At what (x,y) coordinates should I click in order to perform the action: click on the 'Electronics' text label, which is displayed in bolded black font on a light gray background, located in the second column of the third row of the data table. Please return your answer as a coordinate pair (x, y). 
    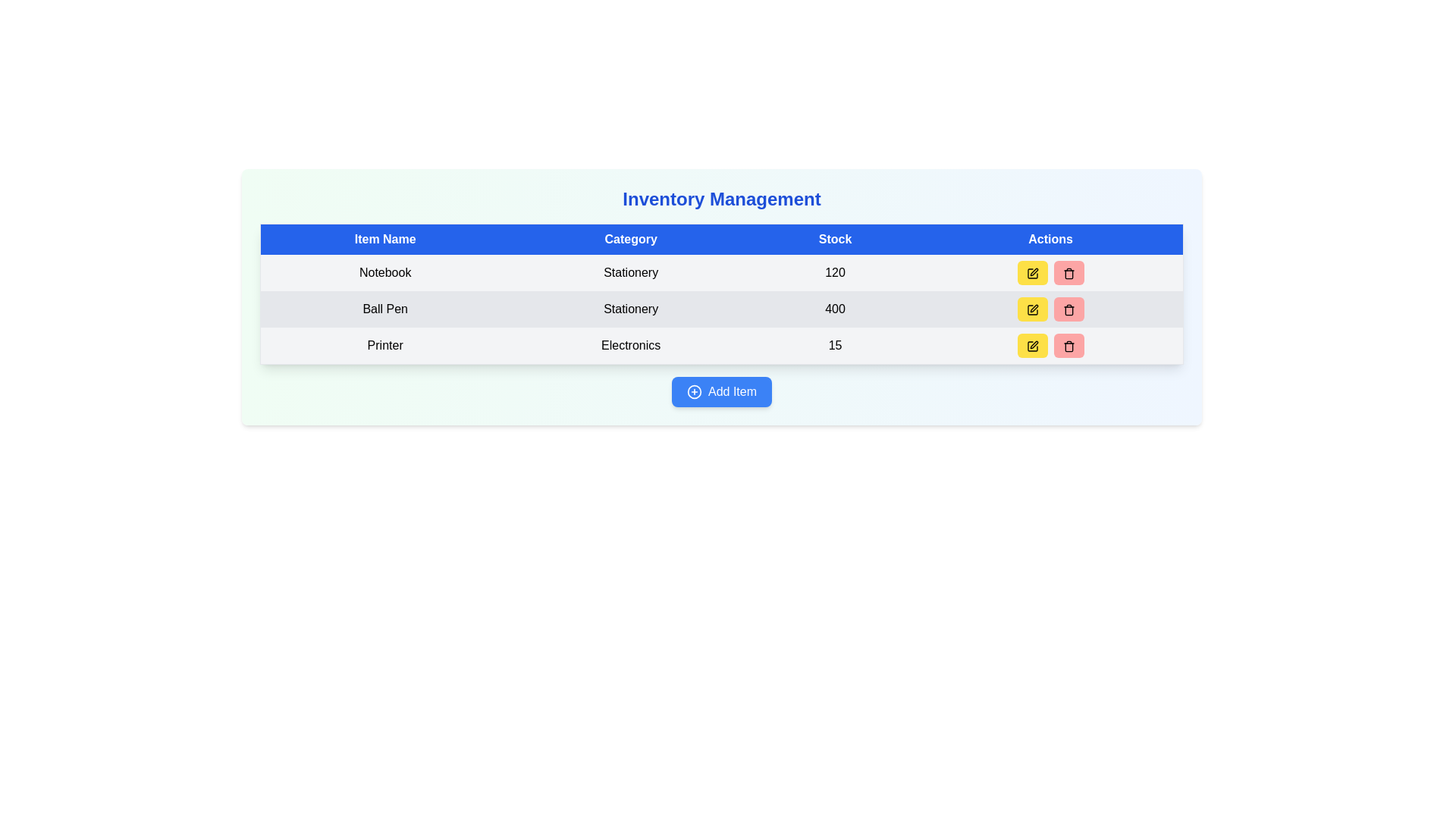
    Looking at the image, I should click on (631, 346).